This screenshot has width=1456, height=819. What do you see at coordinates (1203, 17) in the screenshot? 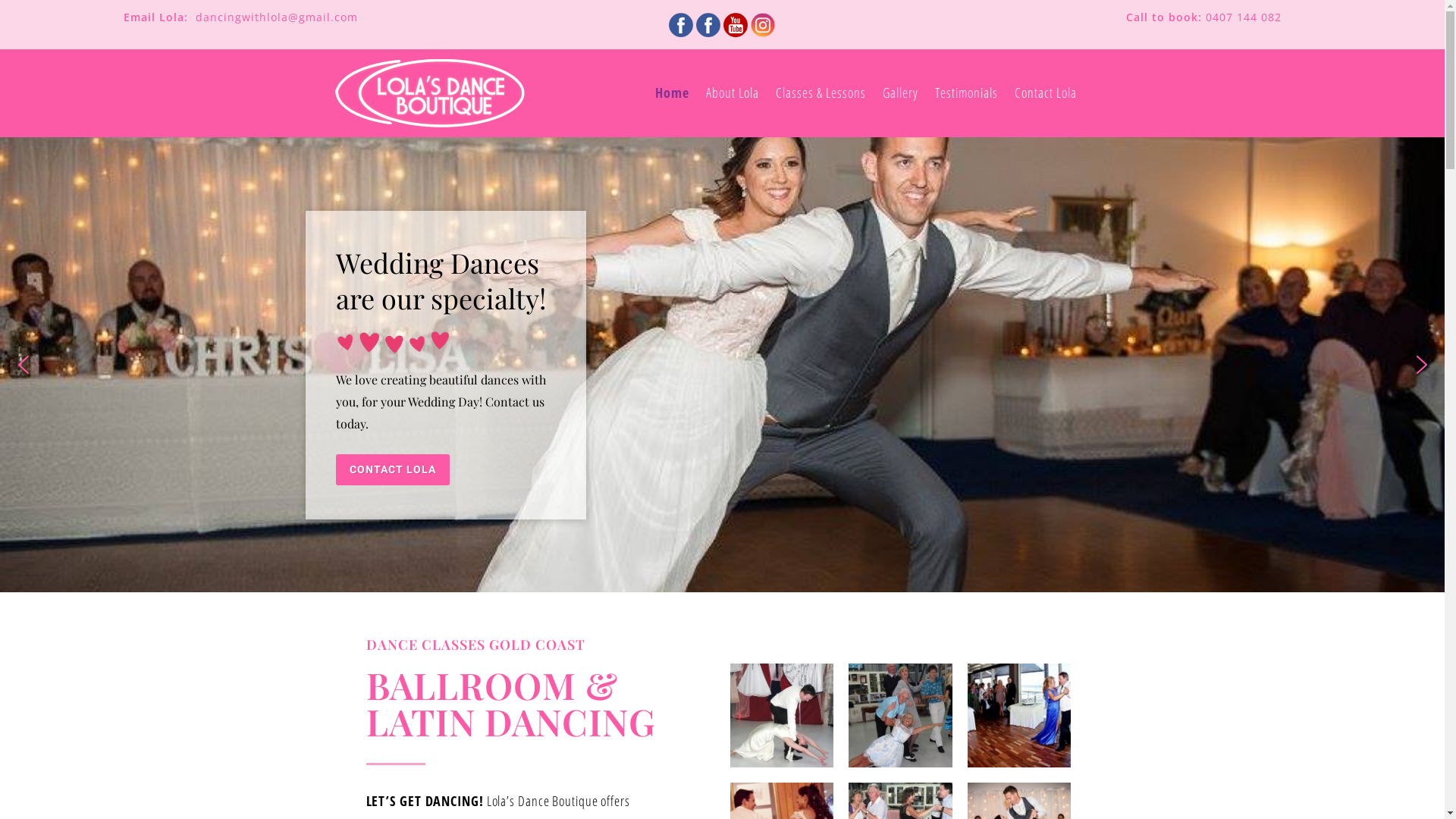
I see `'Call to book: 0407 144 082'` at bounding box center [1203, 17].